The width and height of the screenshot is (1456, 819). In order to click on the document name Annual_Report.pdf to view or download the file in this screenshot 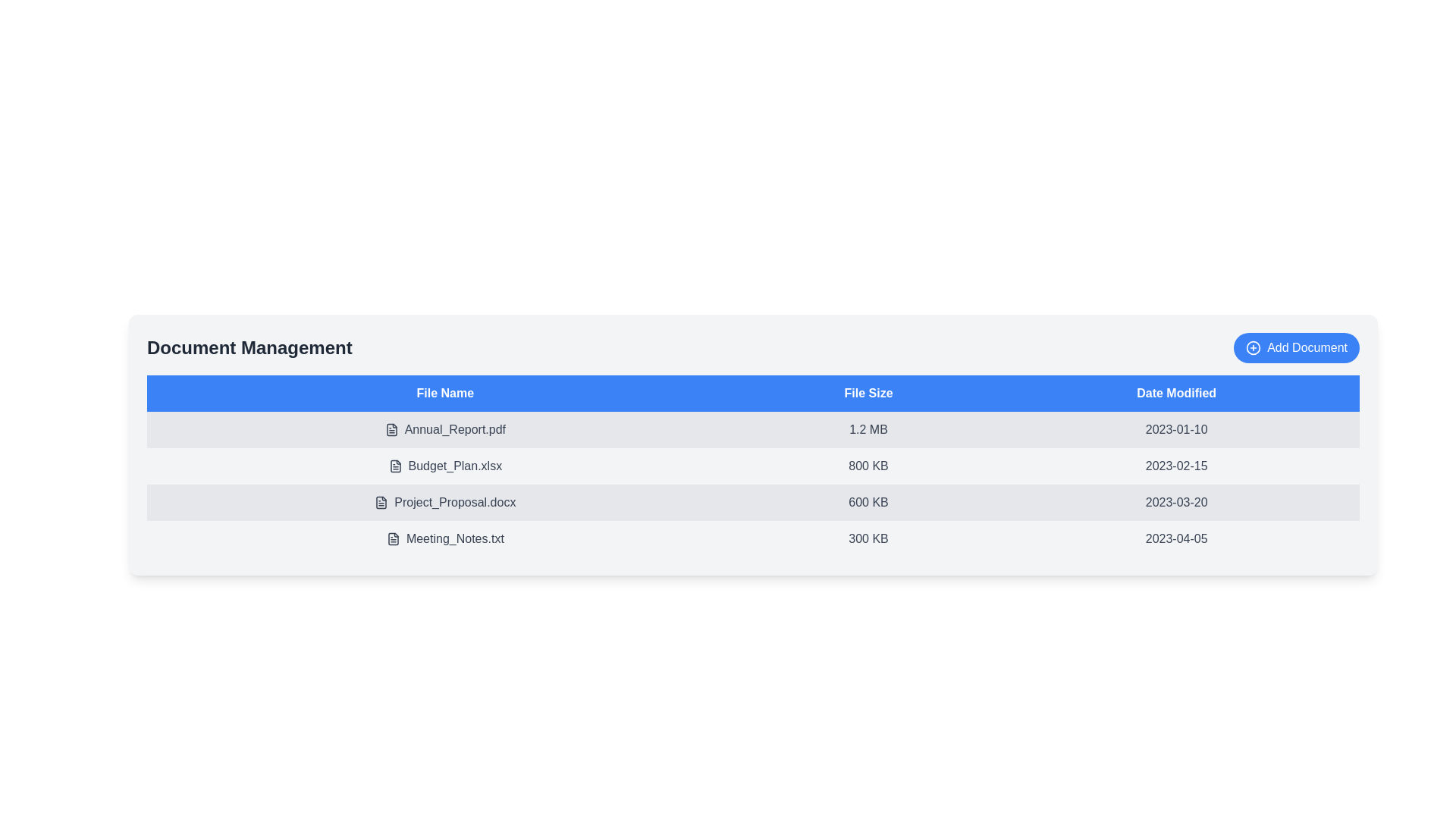, I will do `click(444, 430)`.